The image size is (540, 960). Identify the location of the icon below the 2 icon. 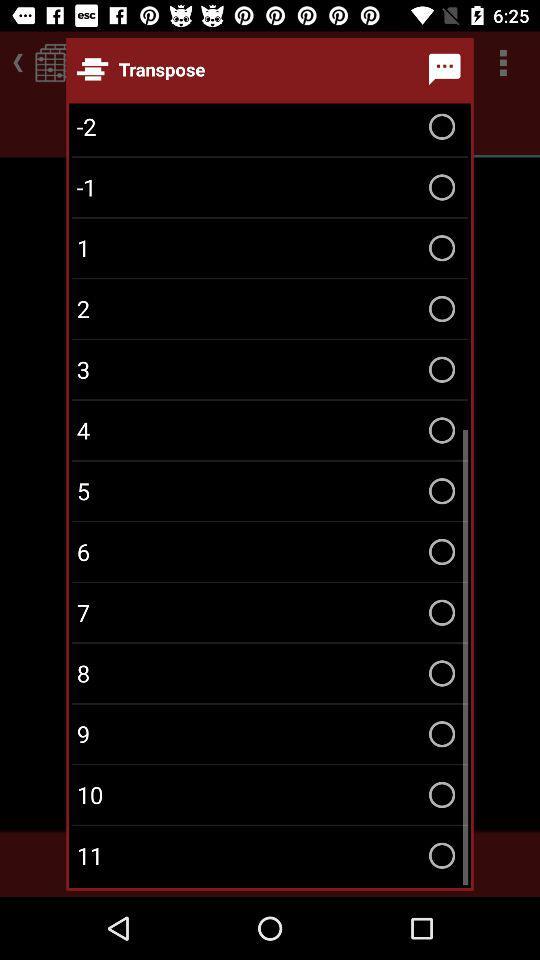
(270, 368).